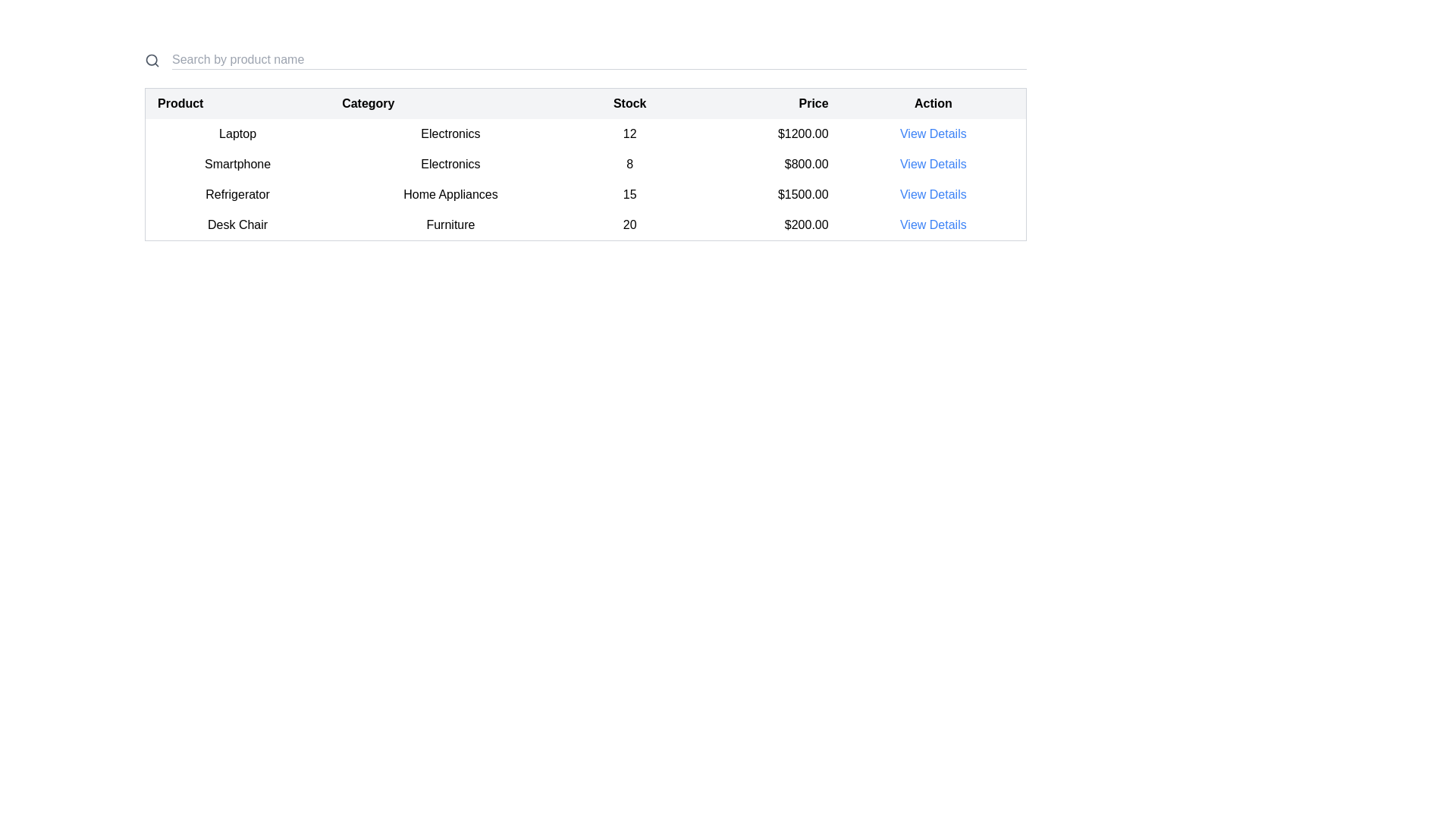 This screenshot has width=1456, height=819. I want to click on the 'Action' column header label, which is the fifth and last column in the data table, located to the far right, adjacent to the 'Price' column, so click(933, 102).